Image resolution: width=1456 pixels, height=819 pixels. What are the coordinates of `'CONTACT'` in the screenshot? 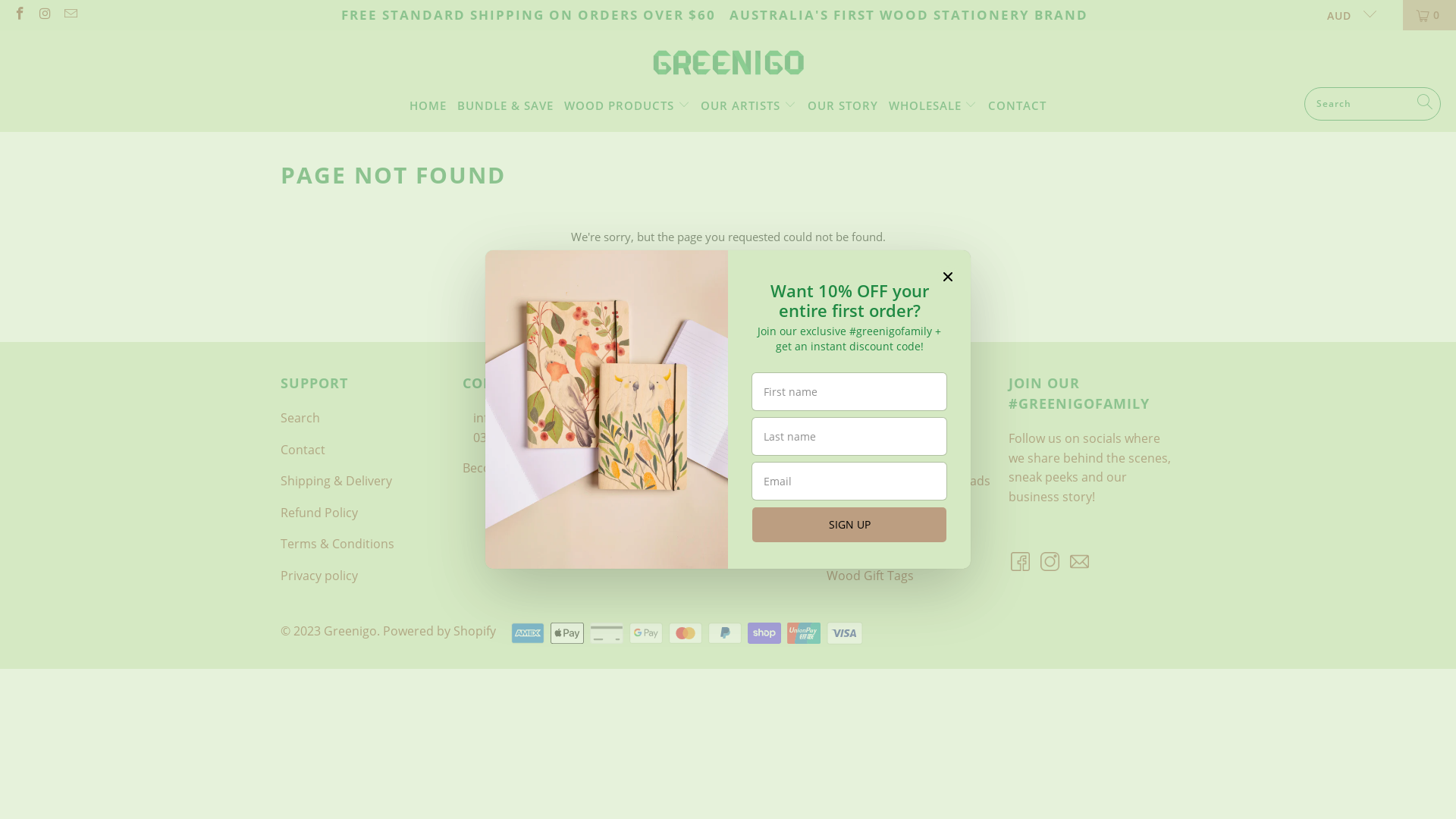 It's located at (1017, 104).